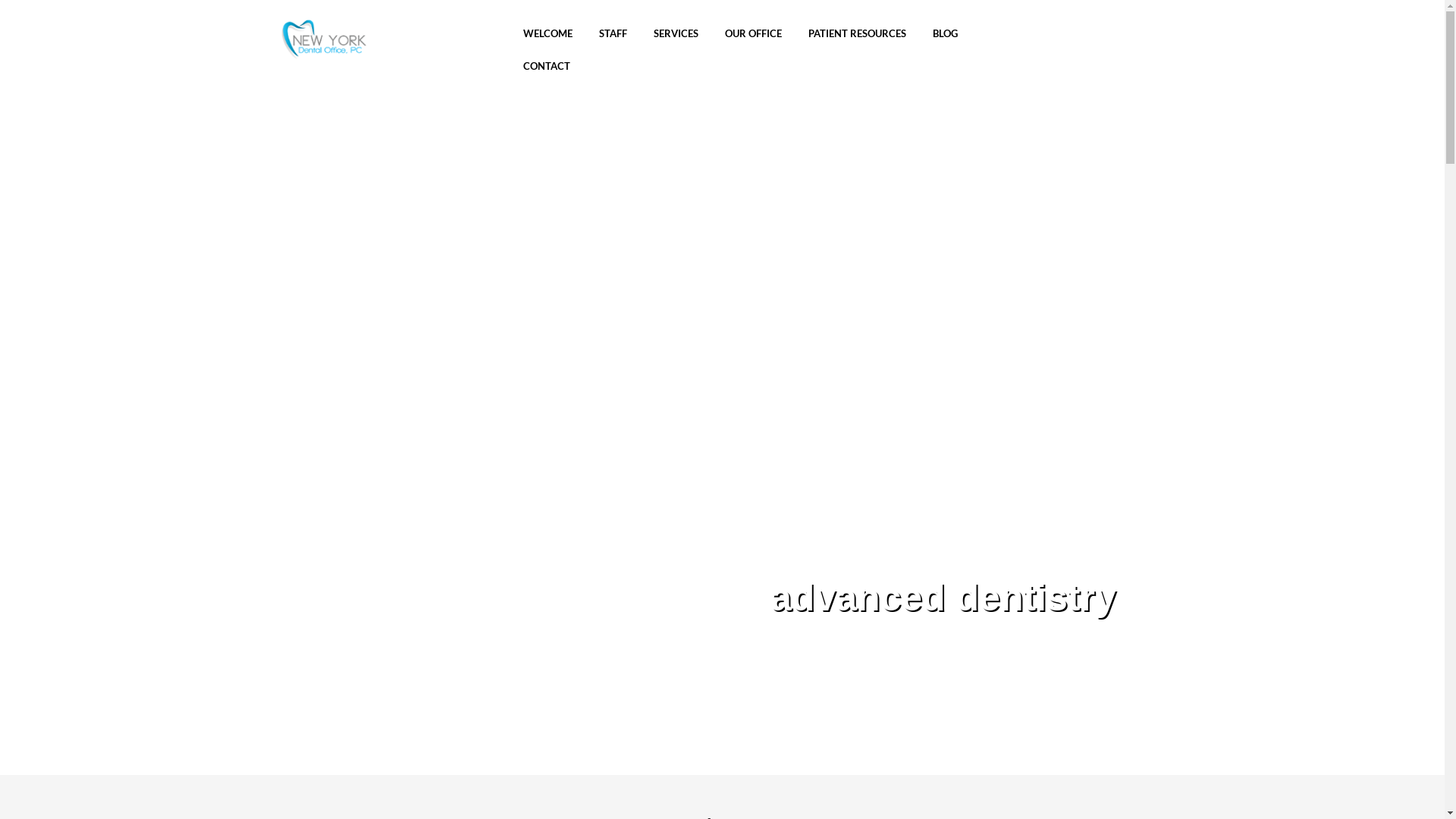 The width and height of the screenshot is (1456, 819). Describe the element at coordinates (857, 34) in the screenshot. I see `'PATIENT RESOURCES'` at that location.